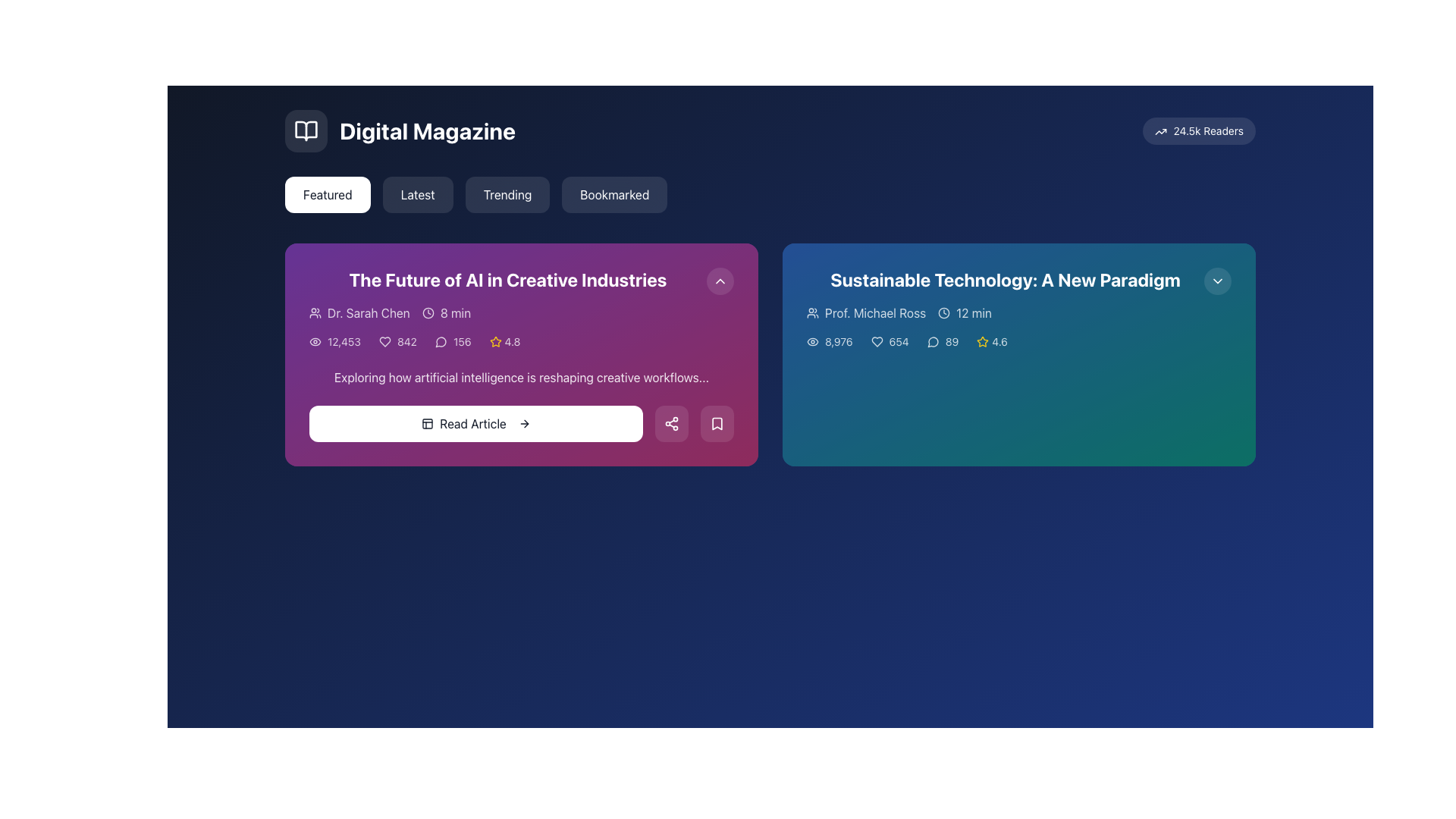 This screenshot has height=819, width=1456. I want to click on the share icon button, which consists of three circles connected by lines, located at the bottom-right corner of the purple card labeled 'The Future of AI in Creative Industries', so click(671, 424).